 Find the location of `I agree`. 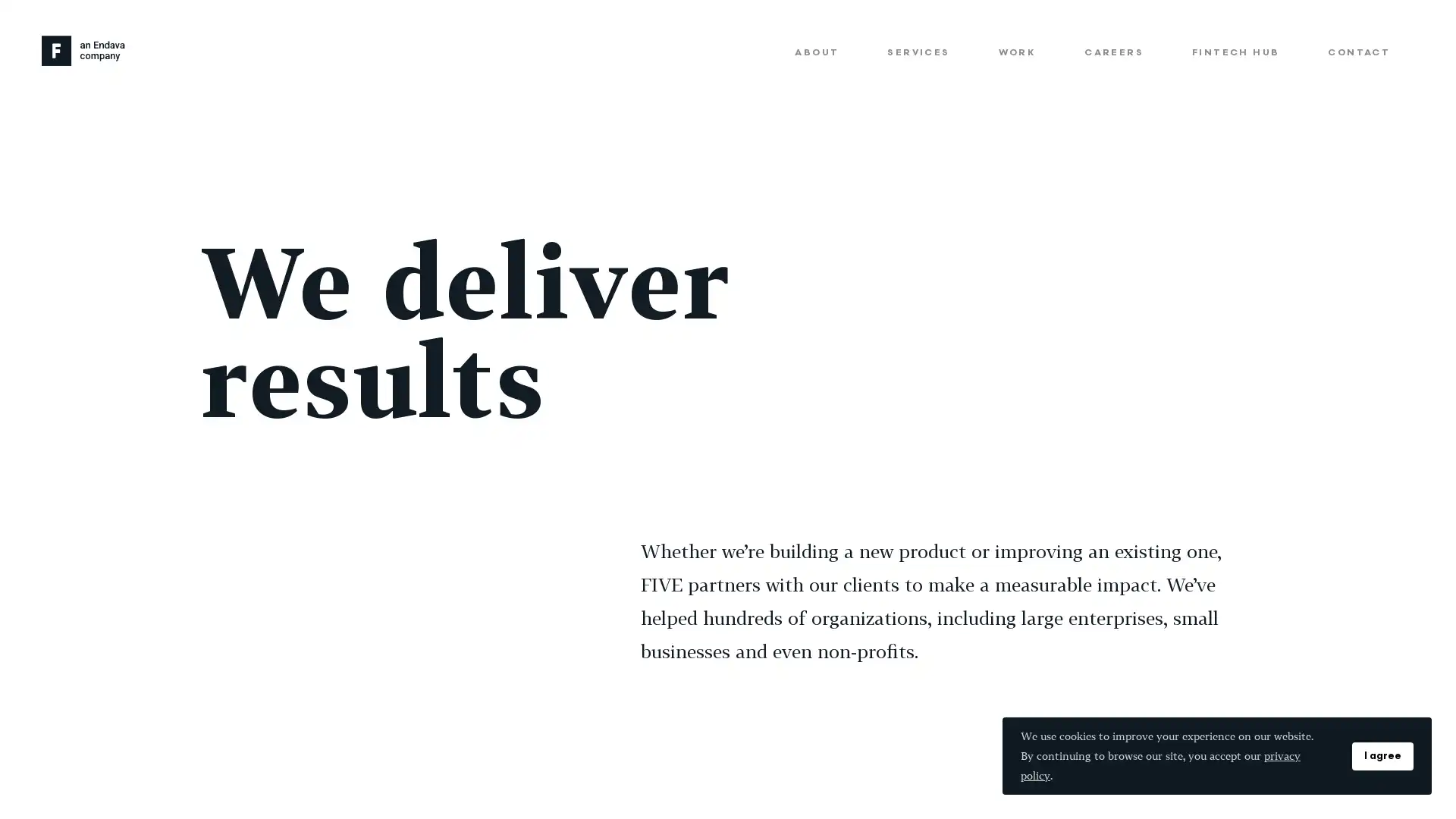

I agree is located at coordinates (1382, 755).